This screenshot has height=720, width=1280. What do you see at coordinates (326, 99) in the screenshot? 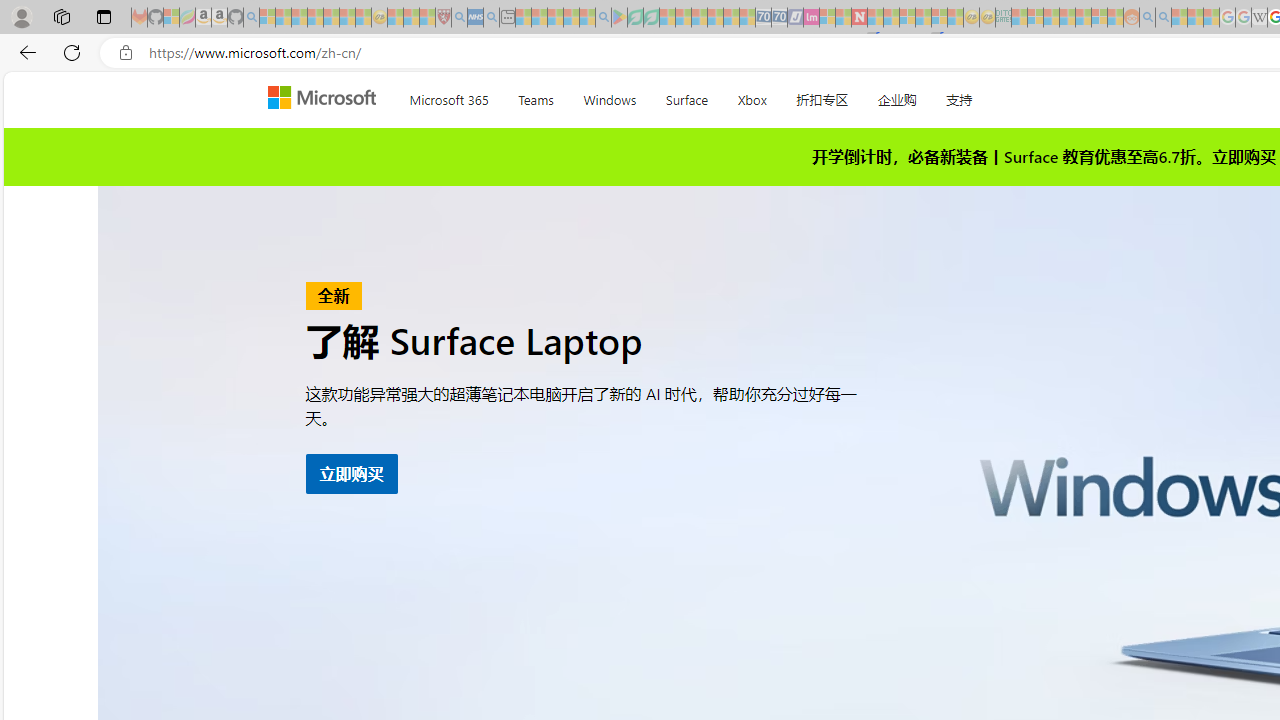
I see `'Microsoft'` at bounding box center [326, 99].